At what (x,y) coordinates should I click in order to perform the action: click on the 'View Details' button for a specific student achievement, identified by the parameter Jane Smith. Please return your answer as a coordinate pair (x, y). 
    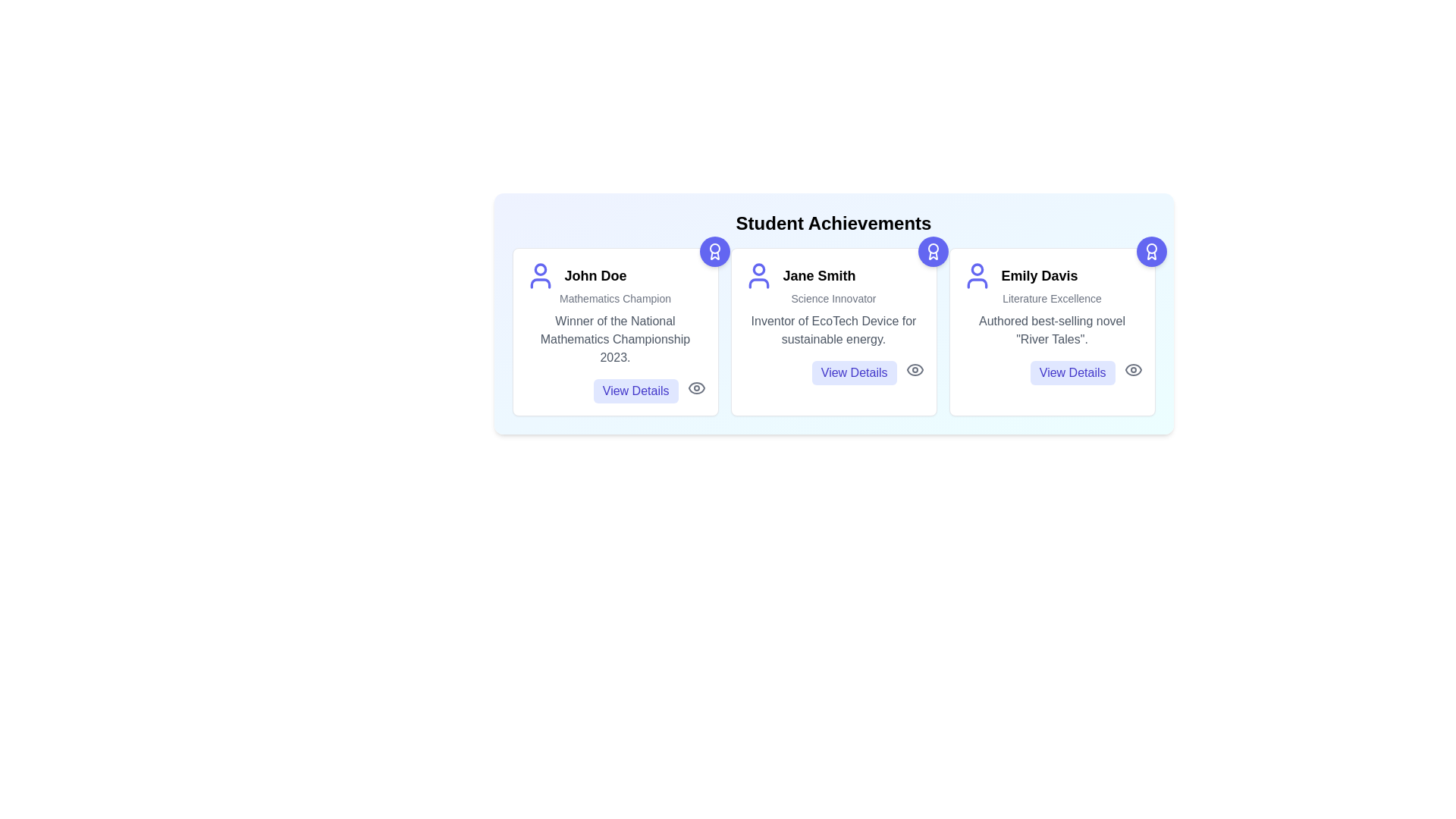
    Looking at the image, I should click on (854, 373).